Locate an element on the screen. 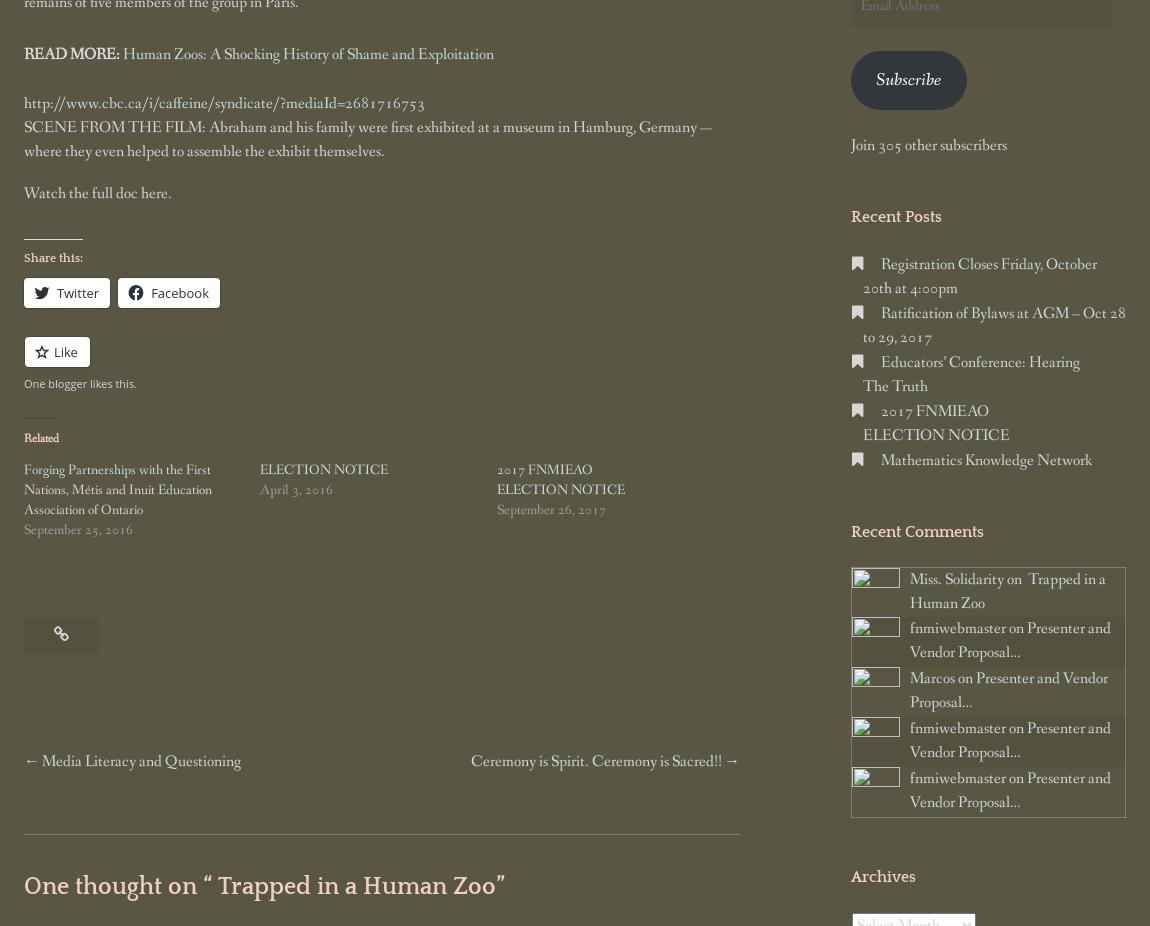 This screenshot has height=926, width=1150. 'Related' is located at coordinates (40, 439).